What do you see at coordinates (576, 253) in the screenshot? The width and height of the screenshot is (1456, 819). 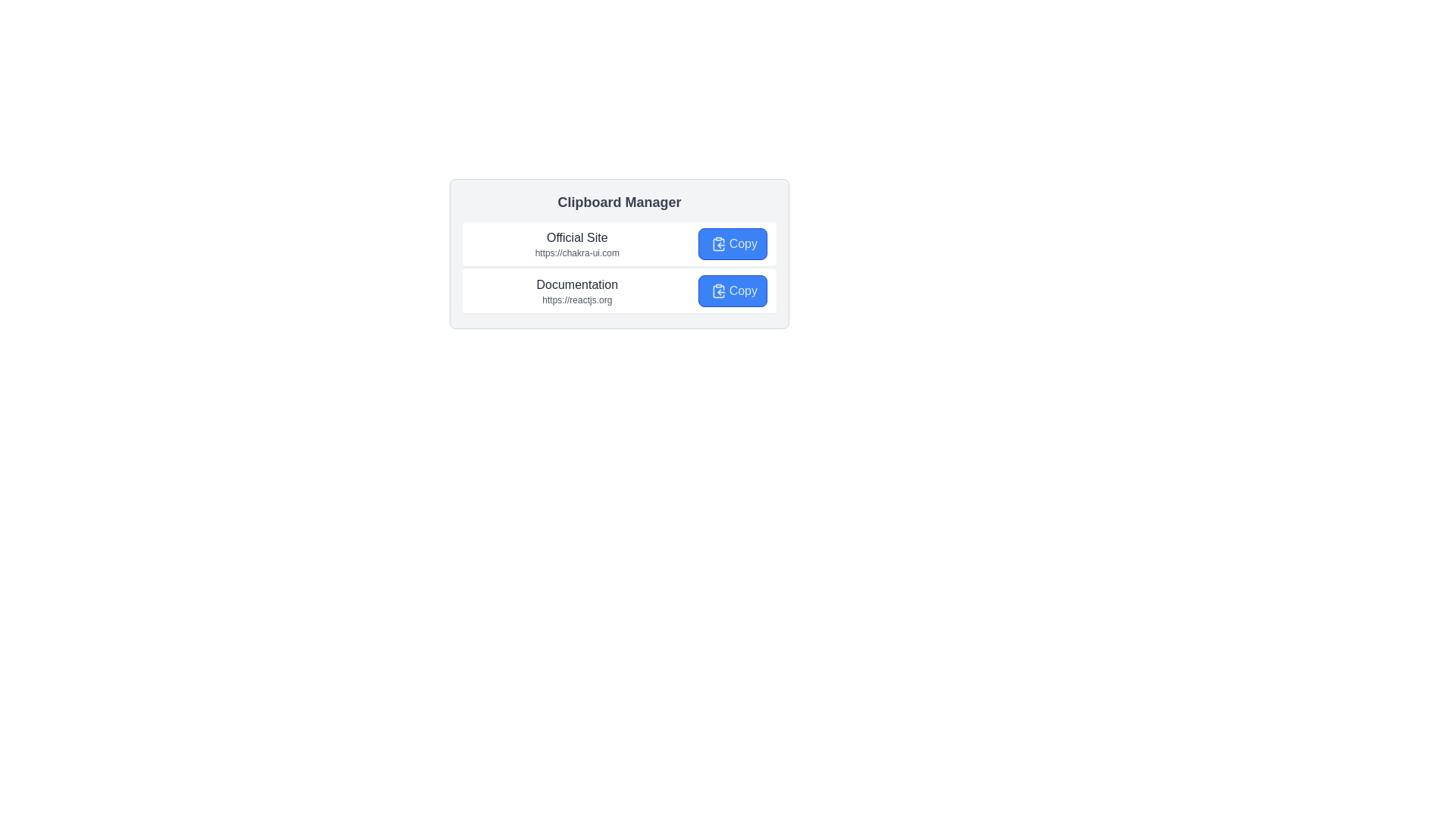 I see `the static text element that displays the URL 'https://chakra-ui.com', positioned centrally below the 'Official Site' text` at bounding box center [576, 253].